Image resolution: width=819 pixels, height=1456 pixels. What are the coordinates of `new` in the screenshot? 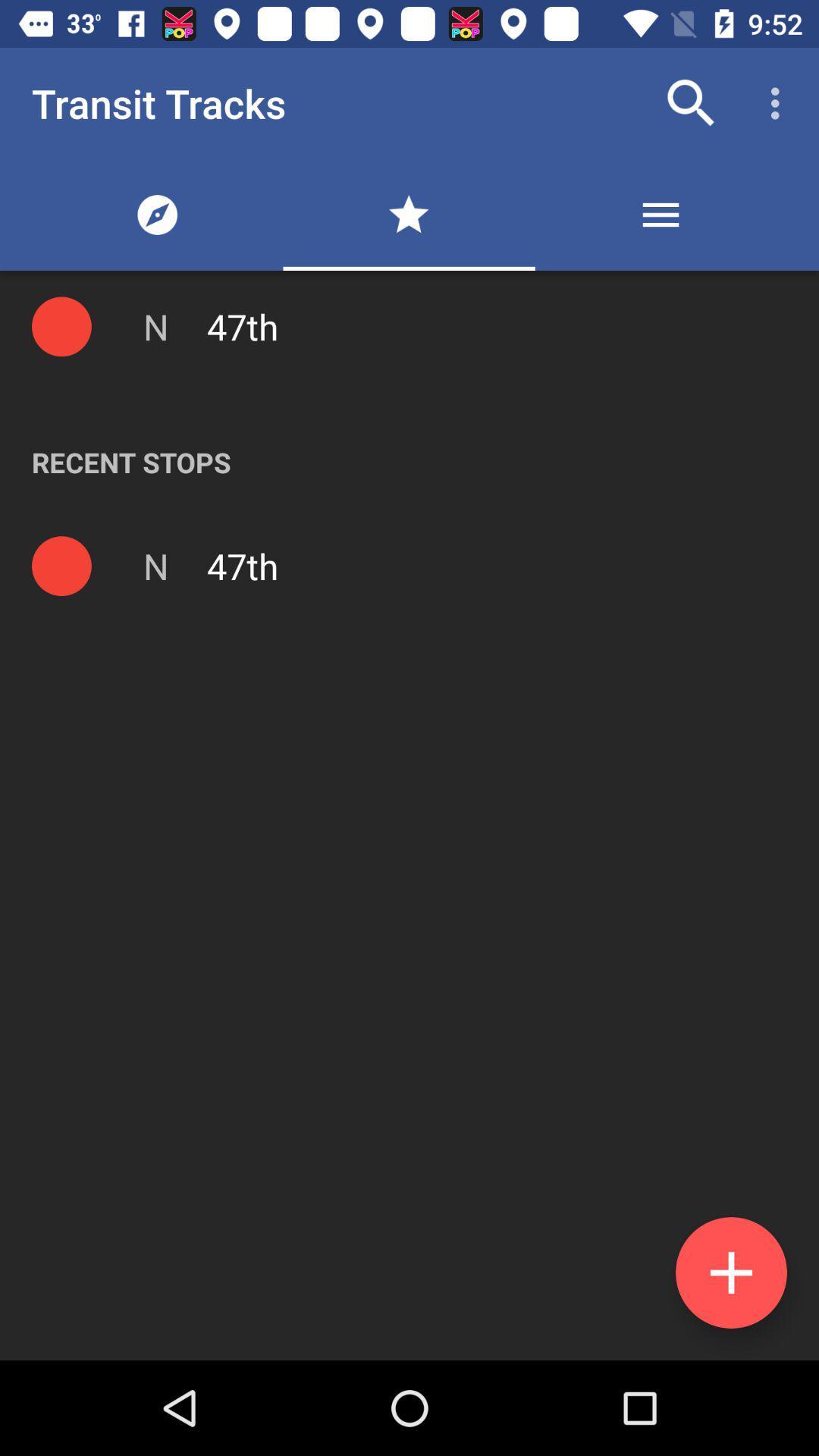 It's located at (730, 1272).